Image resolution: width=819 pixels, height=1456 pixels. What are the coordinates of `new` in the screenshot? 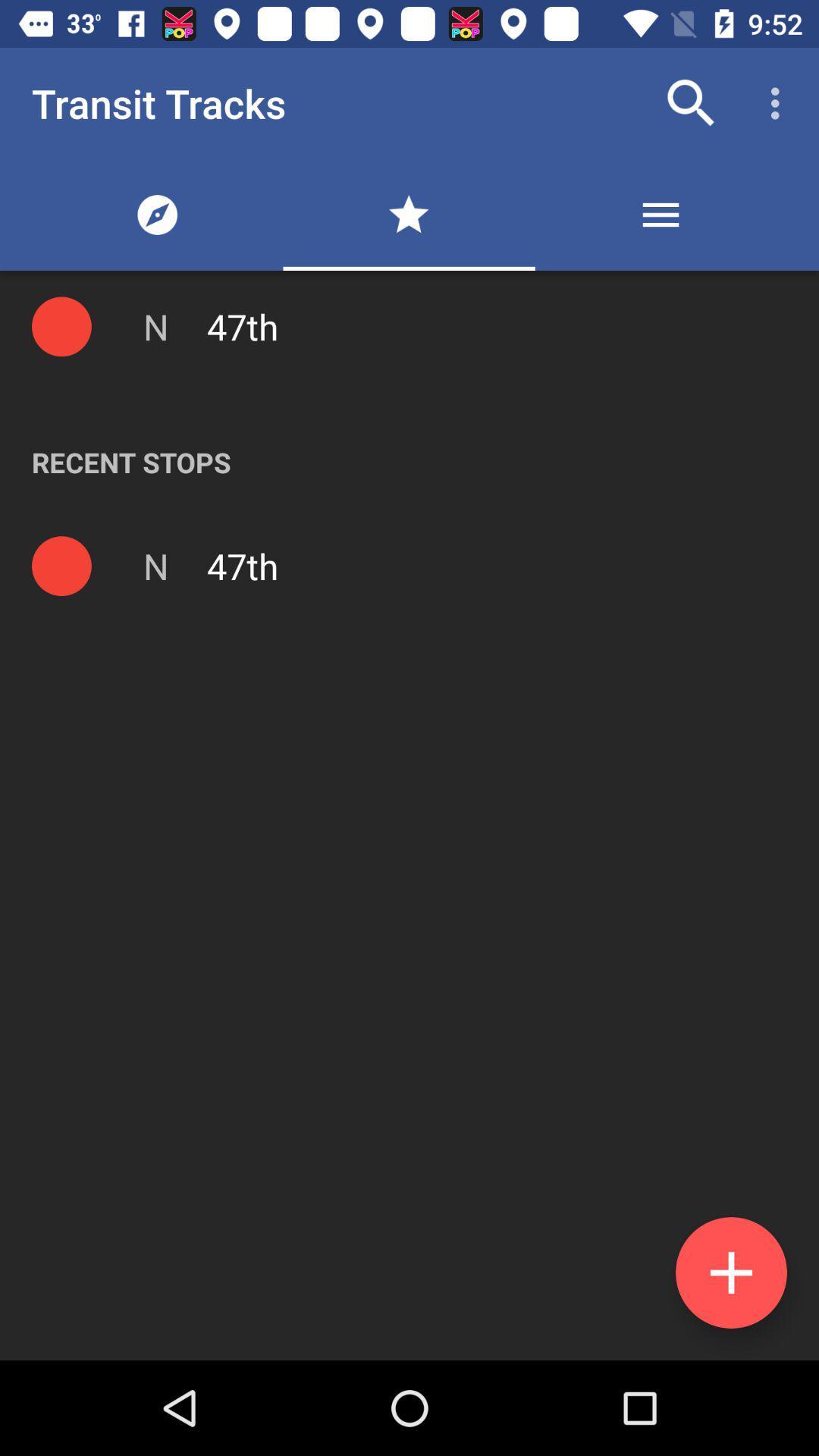 It's located at (730, 1272).